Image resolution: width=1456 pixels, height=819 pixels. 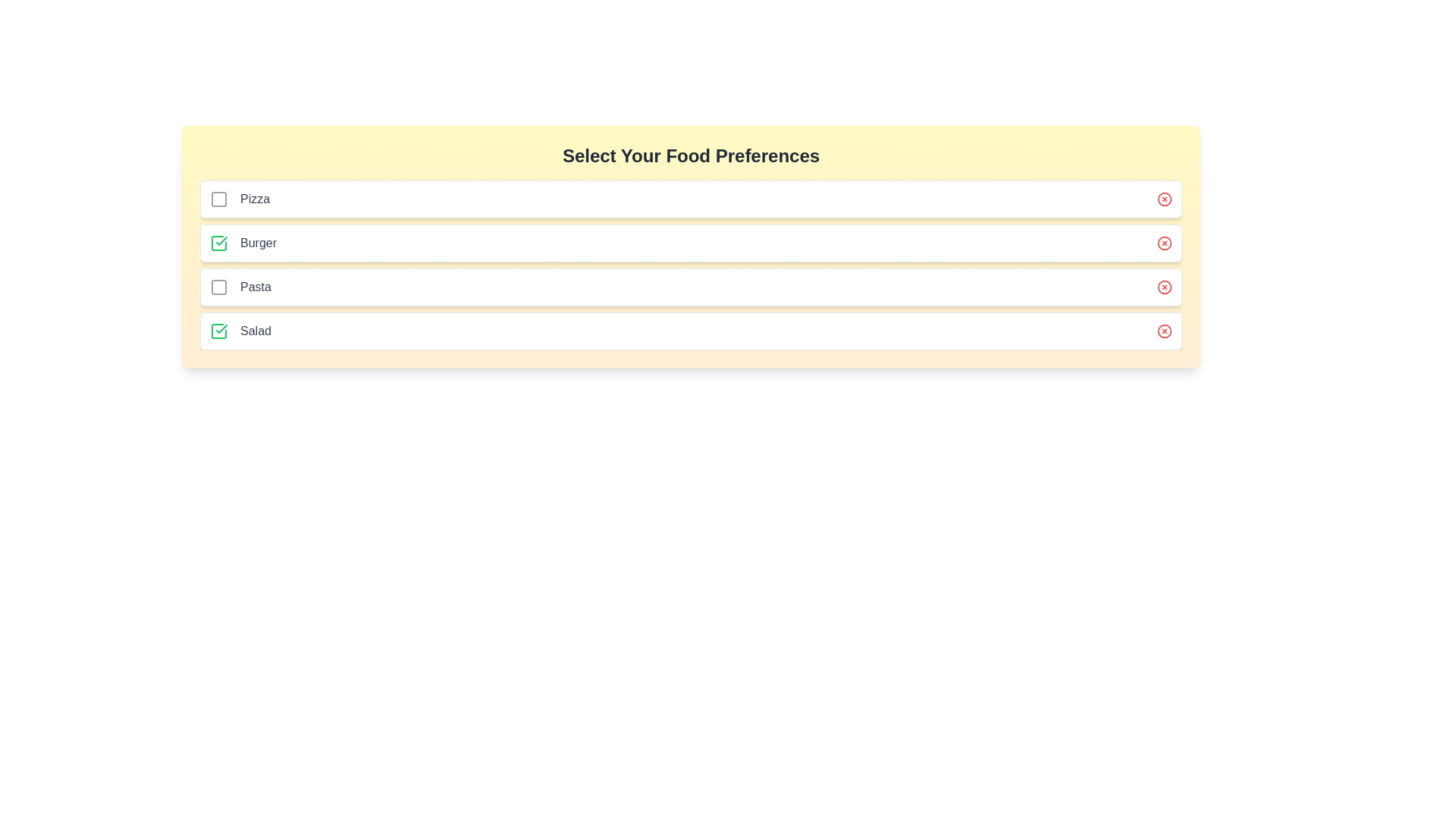 I want to click on the text label displaying 'Pizza' which is styled in gray and positioned next to a checkbox and an icon in the first row of a list component, so click(x=255, y=198).